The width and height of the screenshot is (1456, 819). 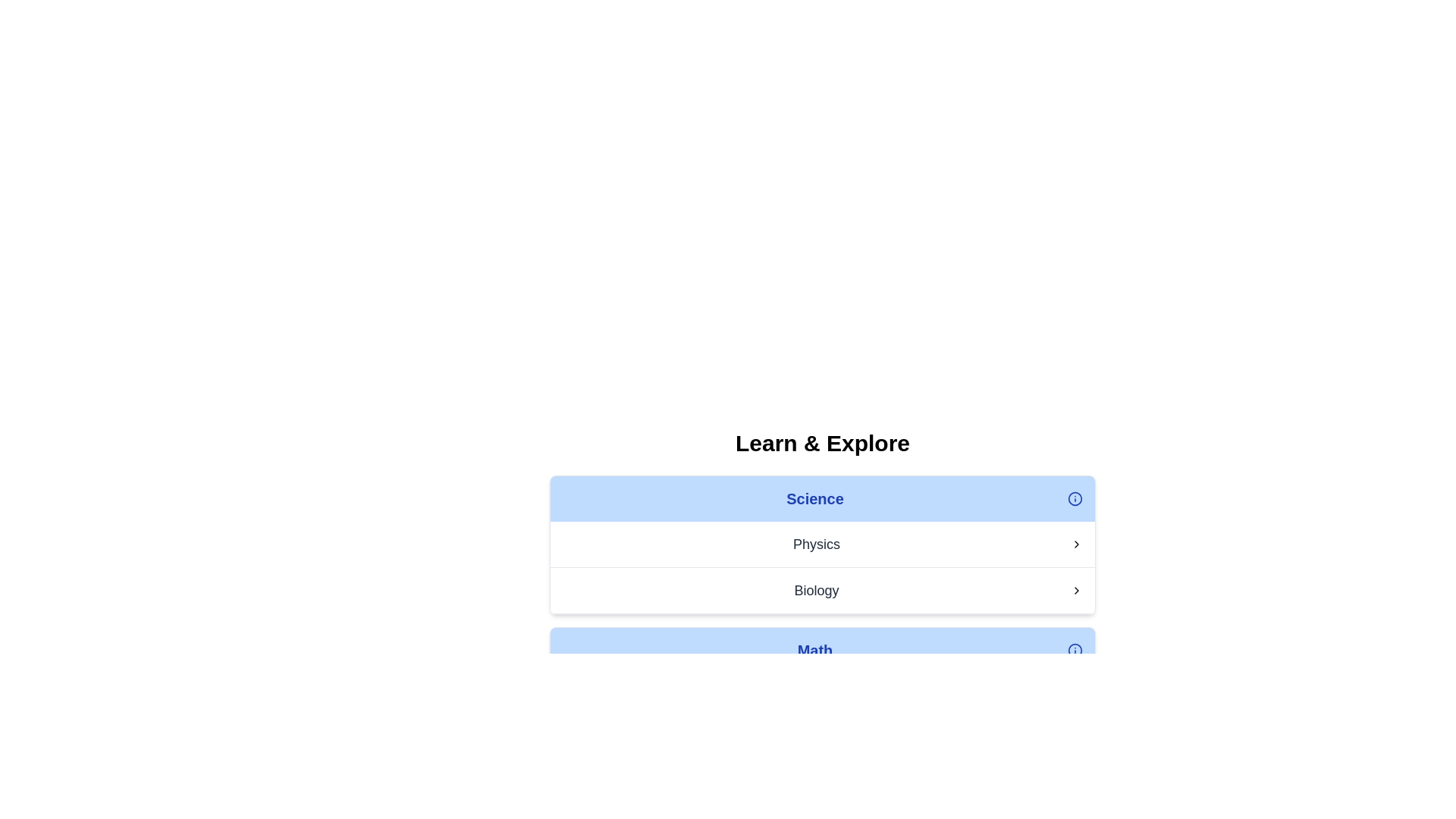 What do you see at coordinates (814, 499) in the screenshot?
I see `the prominent text label that serves as a title or category for navigation, located above the 'Physics' and 'Biology' elements and to the left of the information icon` at bounding box center [814, 499].